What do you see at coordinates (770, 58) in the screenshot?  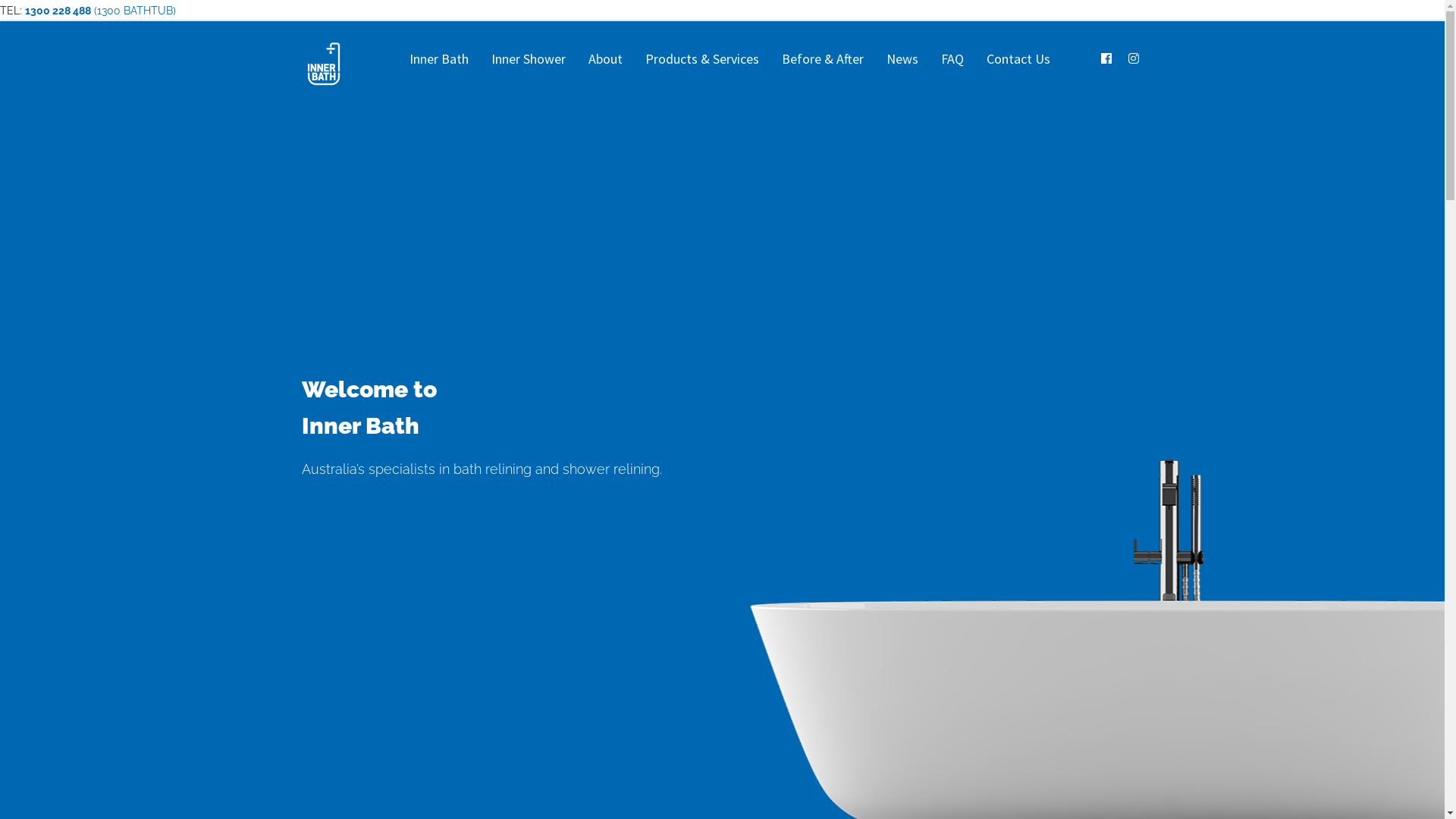 I see `'Before & After'` at bounding box center [770, 58].